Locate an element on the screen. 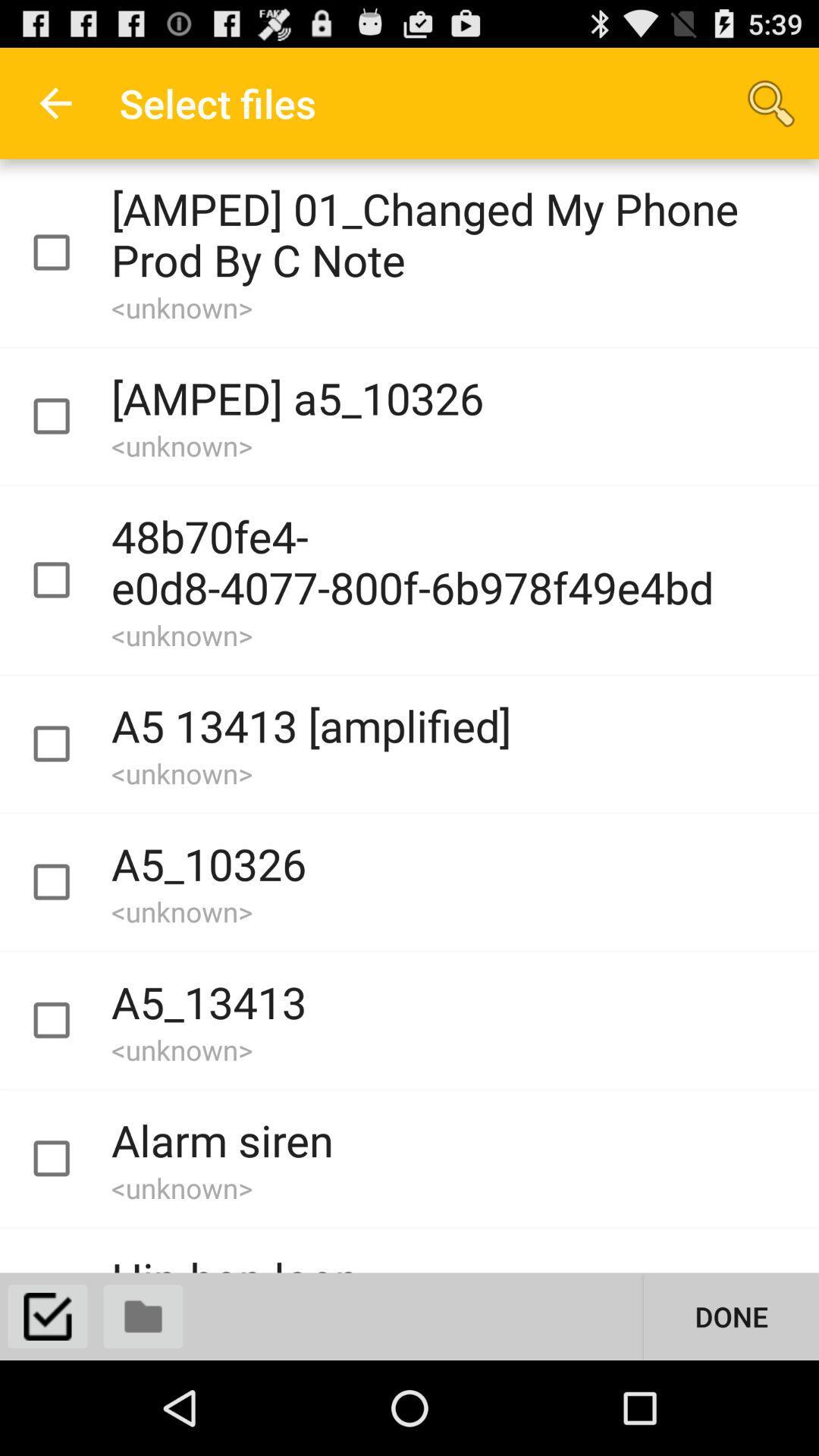  the button to the left of the done icon is located at coordinates (143, 1316).